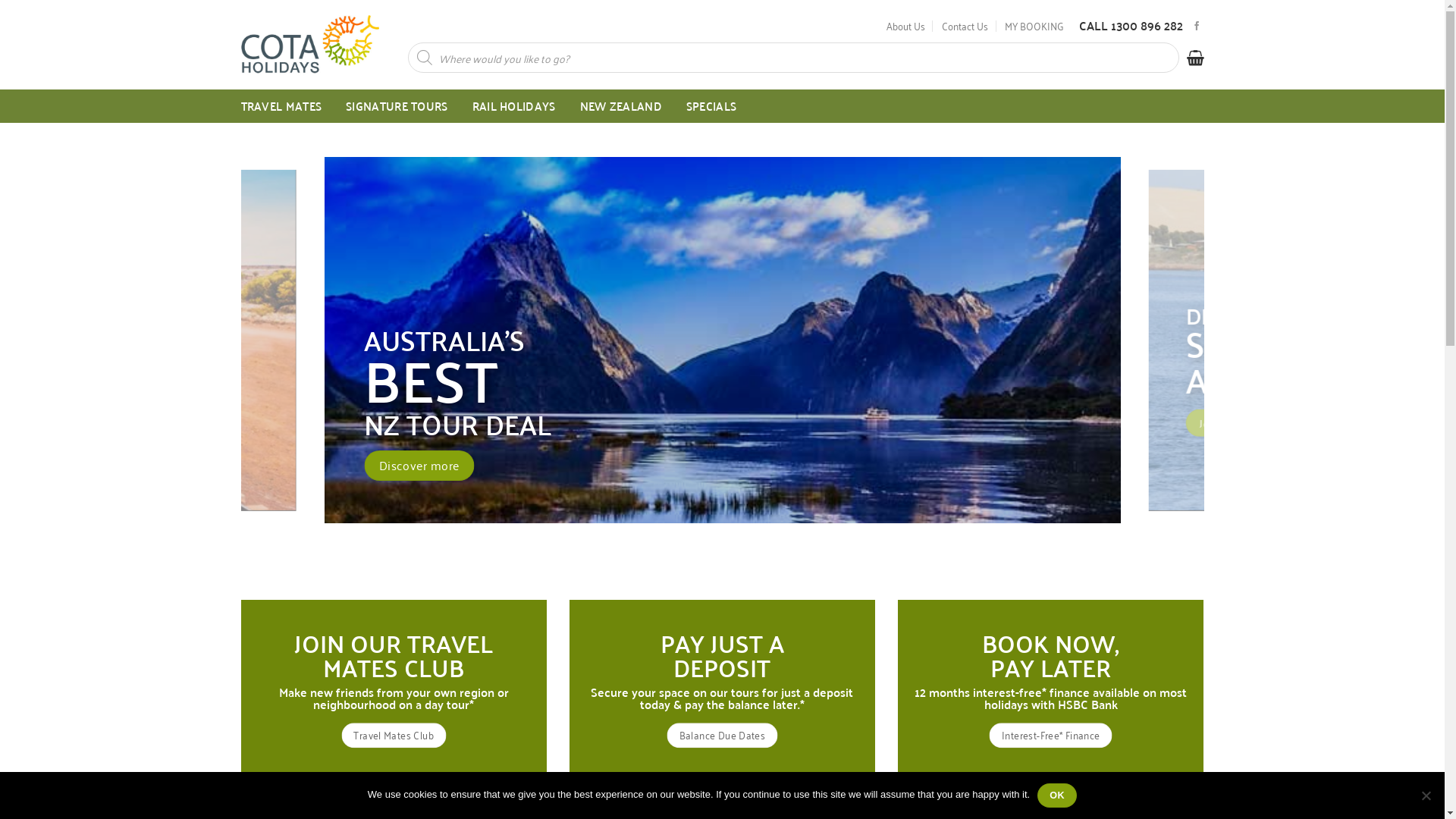 The height and width of the screenshot is (819, 1456). I want to click on 'TRAVEL MATES', so click(281, 105).